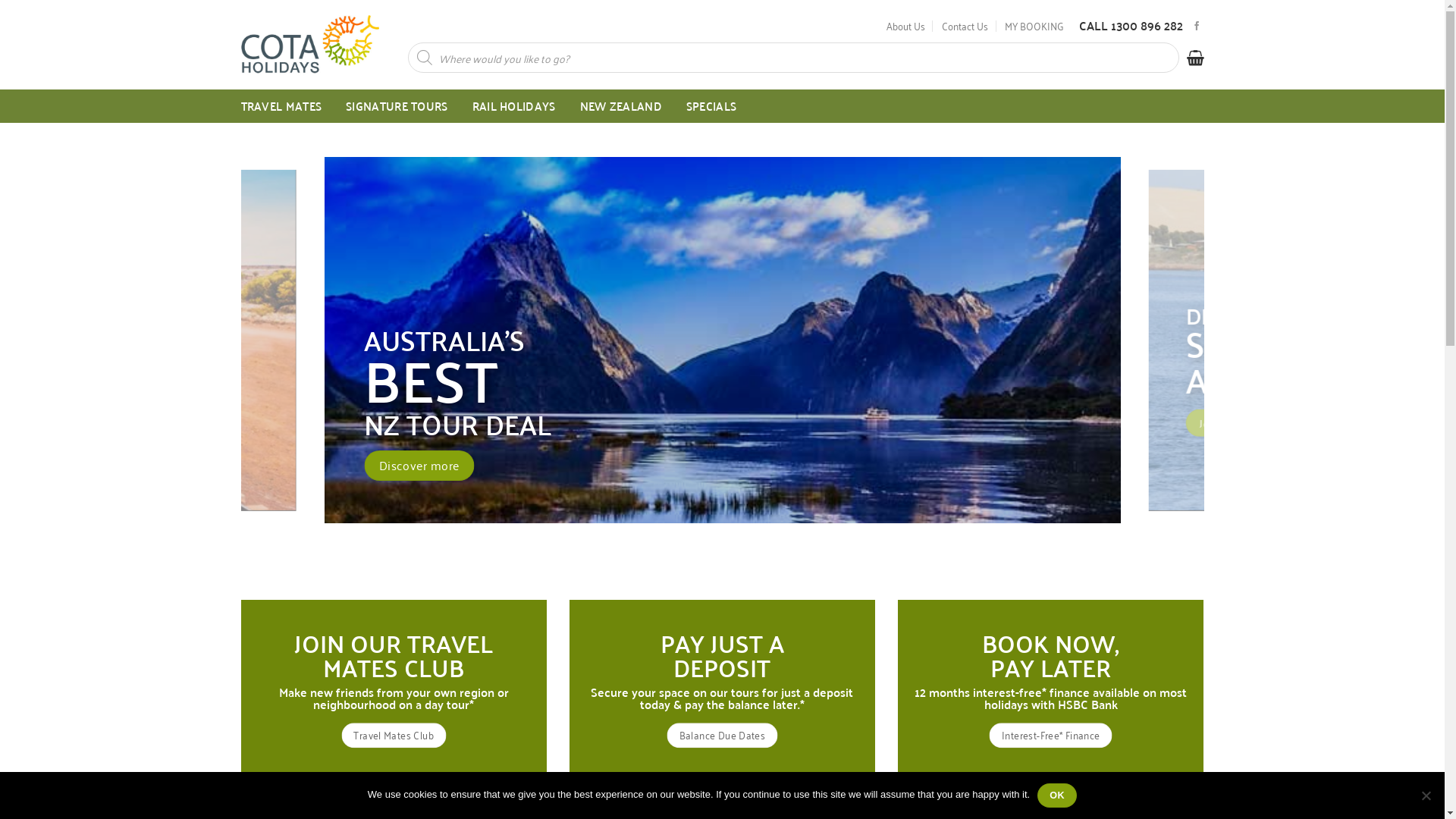 The height and width of the screenshot is (819, 1456). I want to click on 'TRAVEL MATES', so click(281, 105).